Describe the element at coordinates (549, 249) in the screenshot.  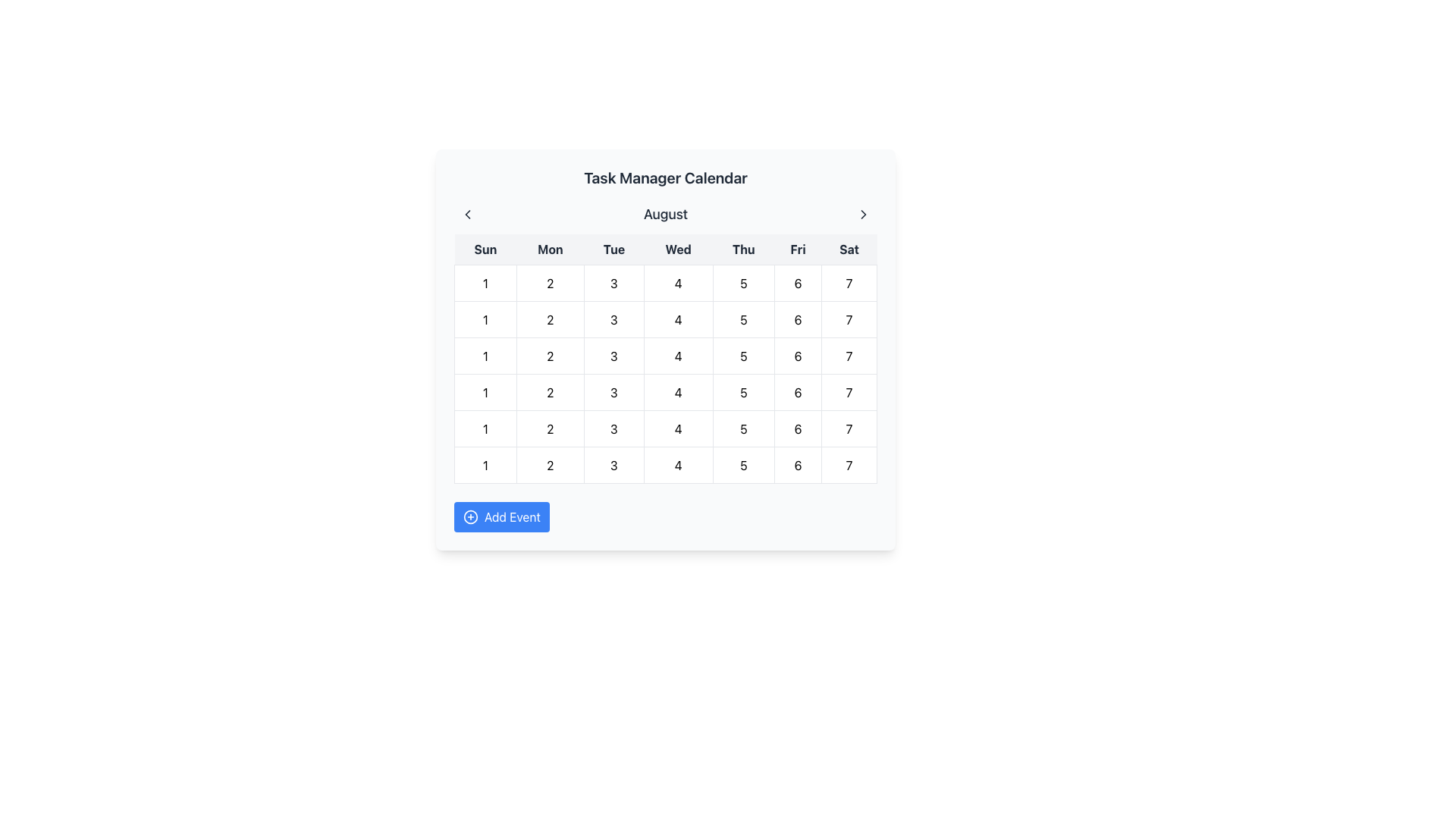
I see `the text label displaying 'Mon' in bold and dark gray, which is centered in a light gray box and represents Monday in the calendar header` at that location.